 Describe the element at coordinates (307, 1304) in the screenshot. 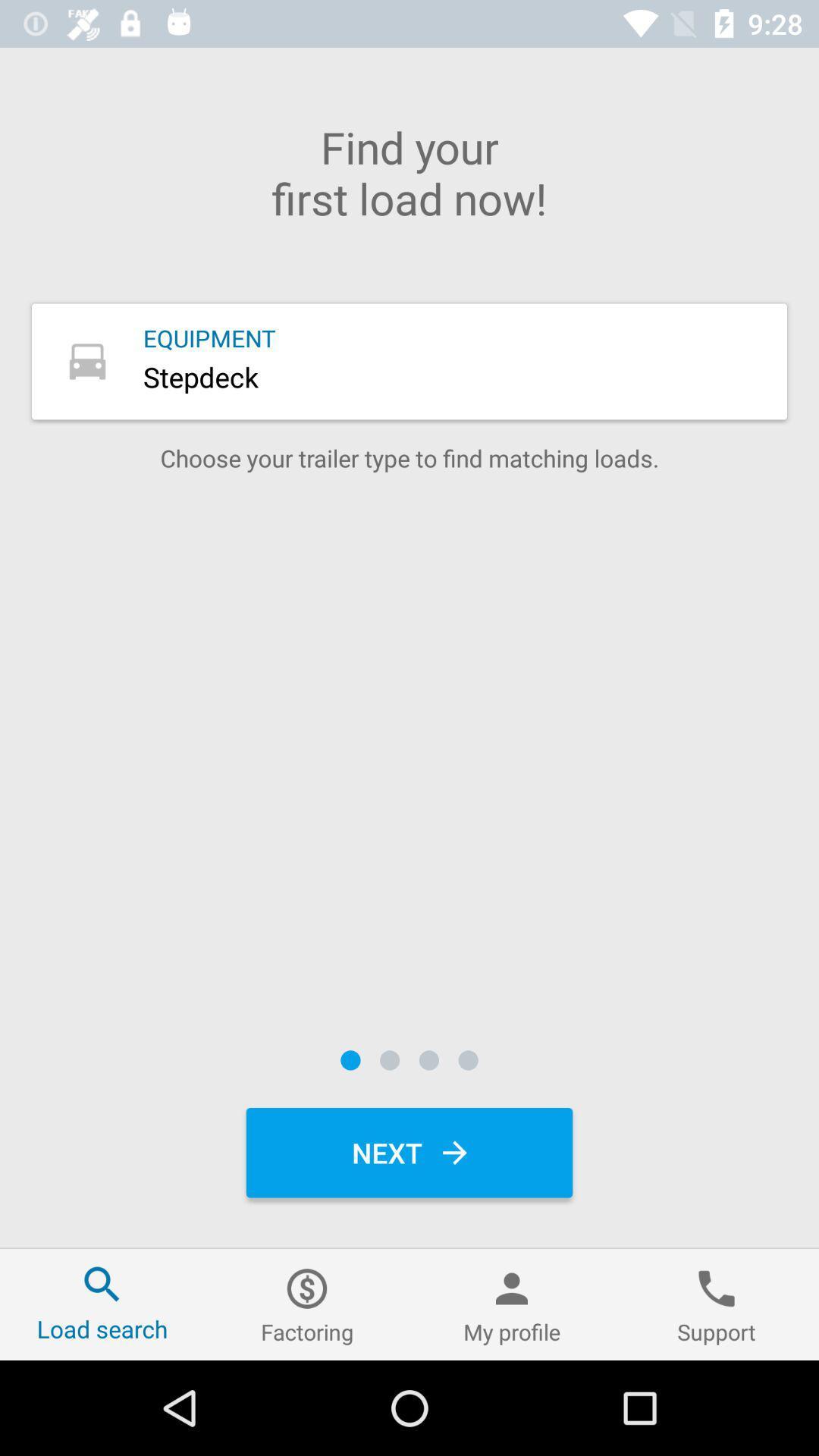

I see `factoring icon` at that location.